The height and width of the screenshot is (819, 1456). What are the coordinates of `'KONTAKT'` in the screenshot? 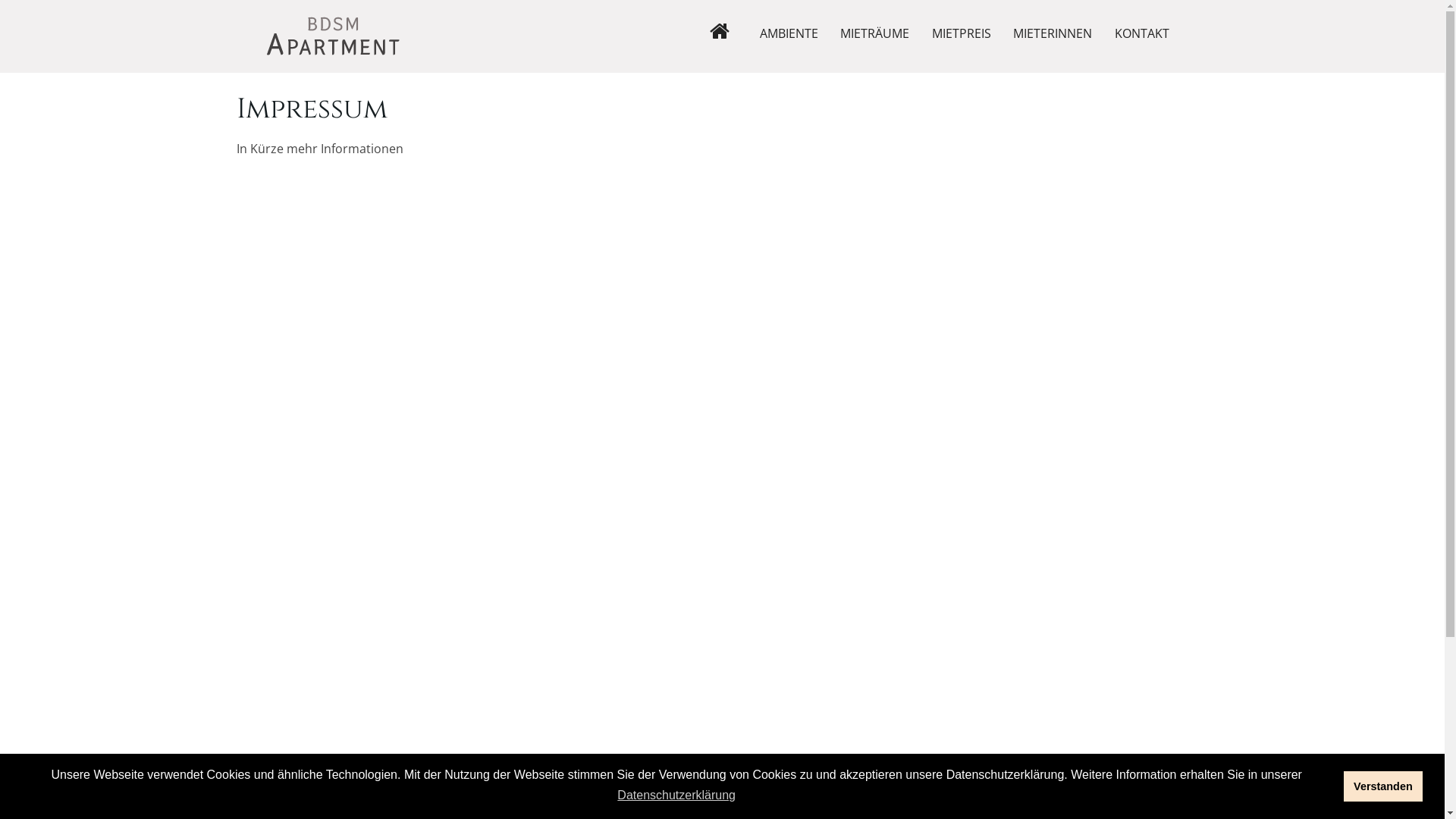 It's located at (1142, 33).